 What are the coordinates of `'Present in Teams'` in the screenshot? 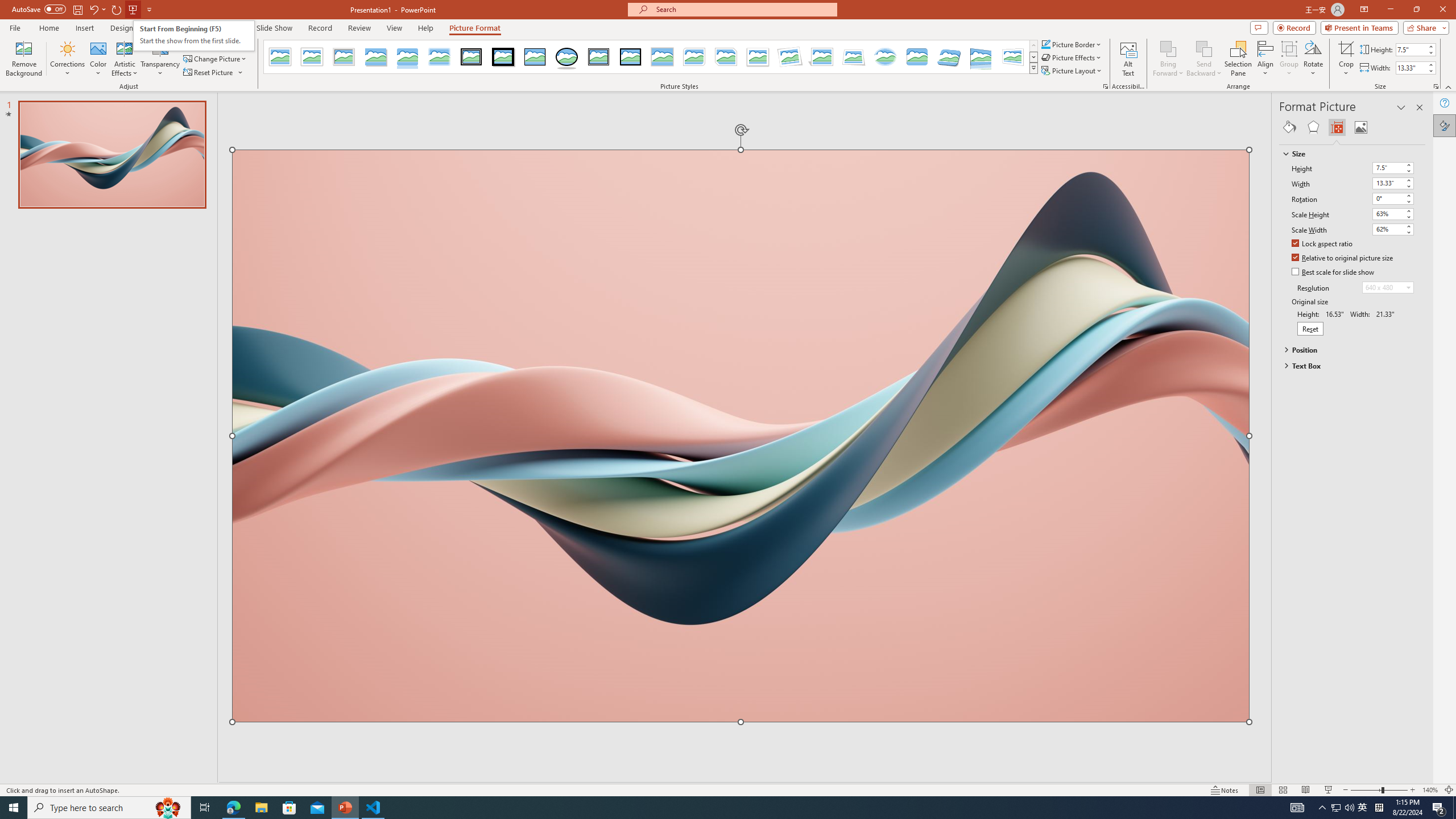 It's located at (1359, 27).